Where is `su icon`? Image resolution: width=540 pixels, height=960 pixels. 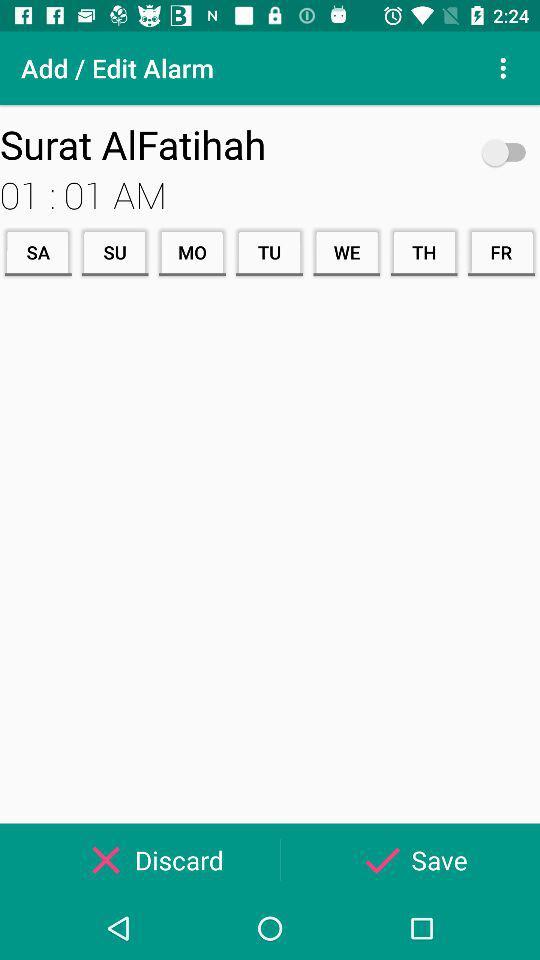 su icon is located at coordinates (115, 251).